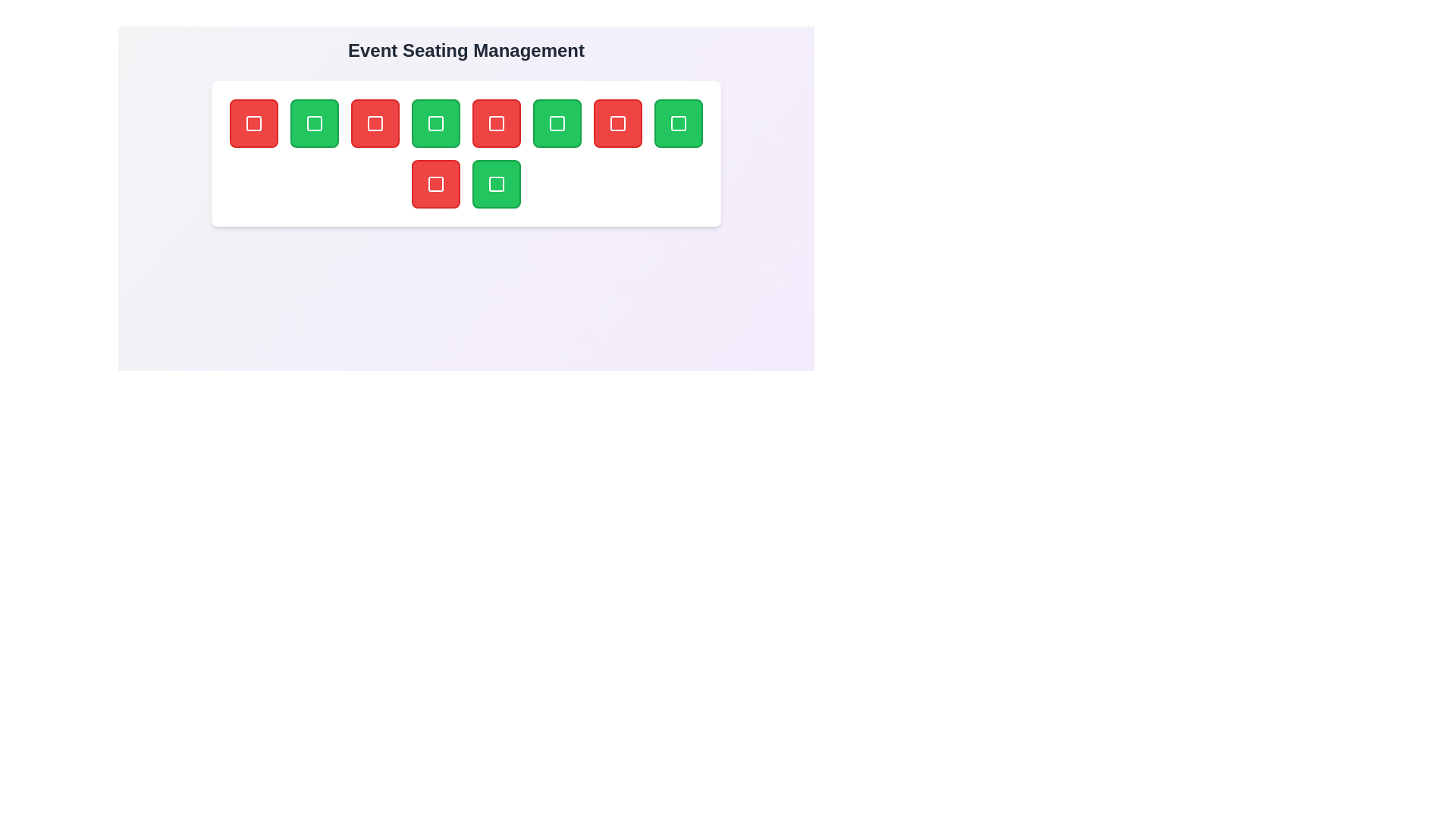 The height and width of the screenshot is (819, 1456). Describe the element at coordinates (375, 122) in the screenshot. I see `the SVG icon representing 'Seat 3' in the seating management component` at that location.